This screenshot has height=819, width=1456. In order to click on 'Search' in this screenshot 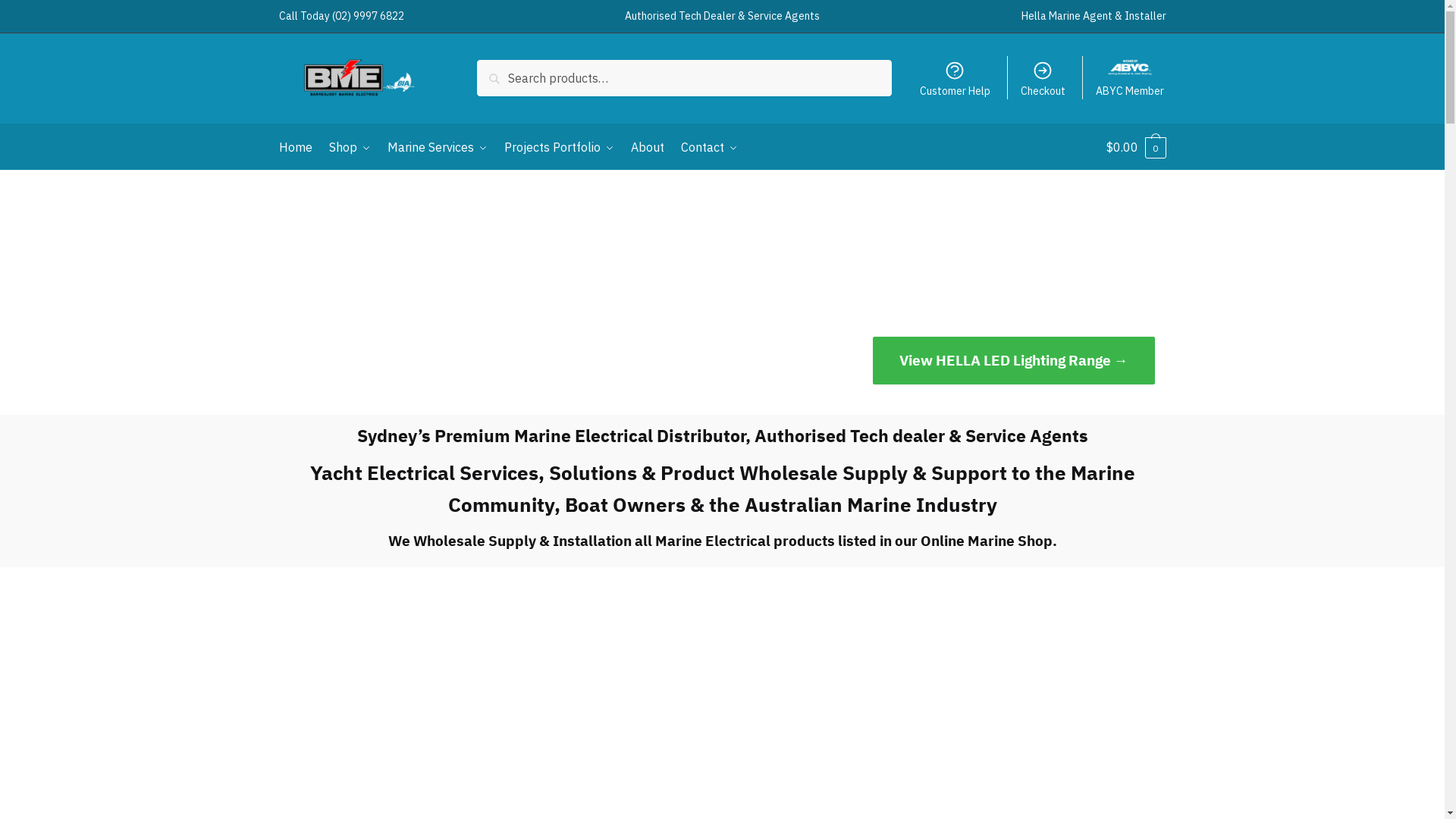, I will do `click(500, 70)`.